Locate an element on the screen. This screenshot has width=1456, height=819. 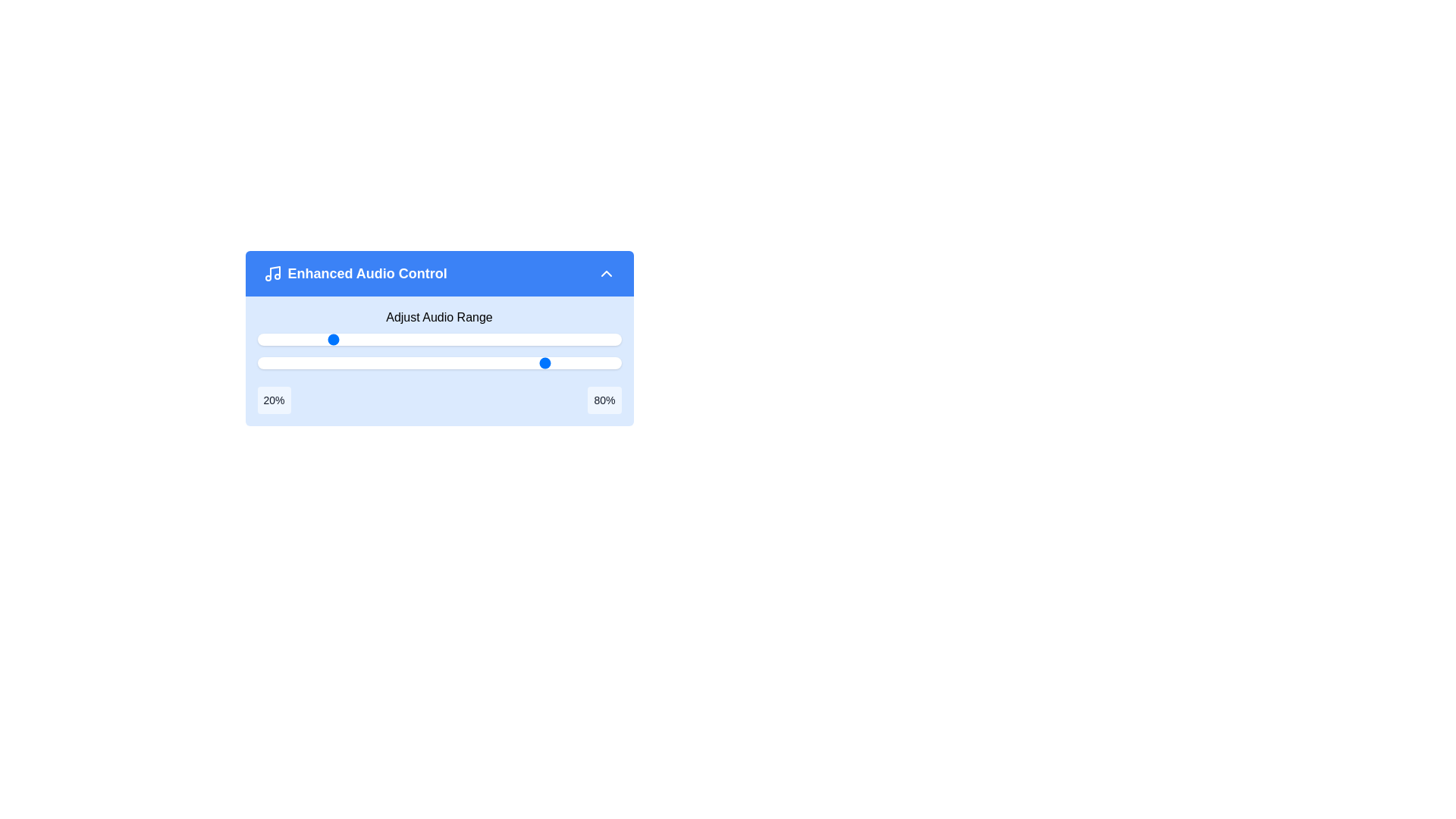
the slider value is located at coordinates (425, 338).